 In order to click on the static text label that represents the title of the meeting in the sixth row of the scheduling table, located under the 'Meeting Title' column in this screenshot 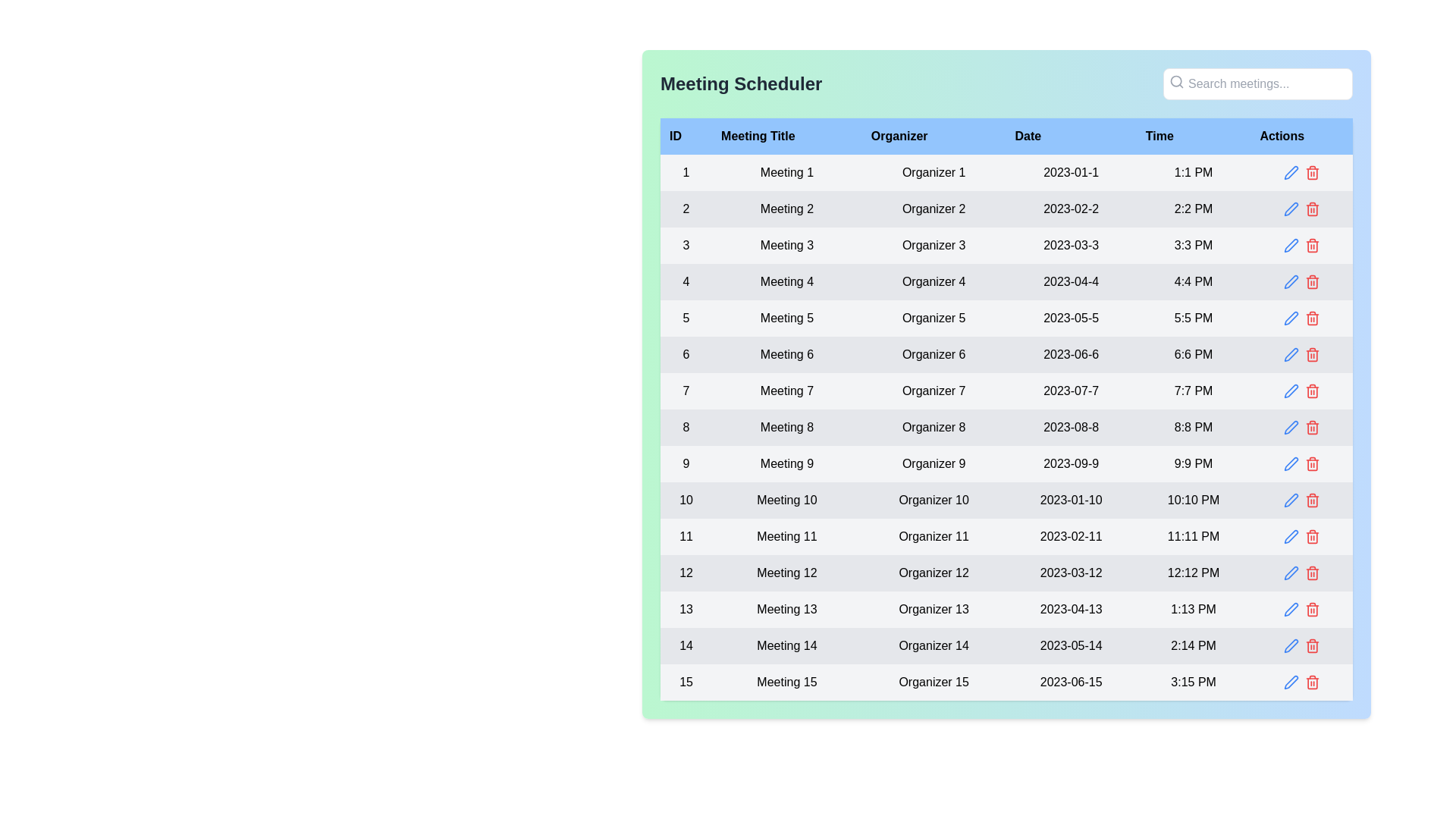, I will do `click(786, 354)`.